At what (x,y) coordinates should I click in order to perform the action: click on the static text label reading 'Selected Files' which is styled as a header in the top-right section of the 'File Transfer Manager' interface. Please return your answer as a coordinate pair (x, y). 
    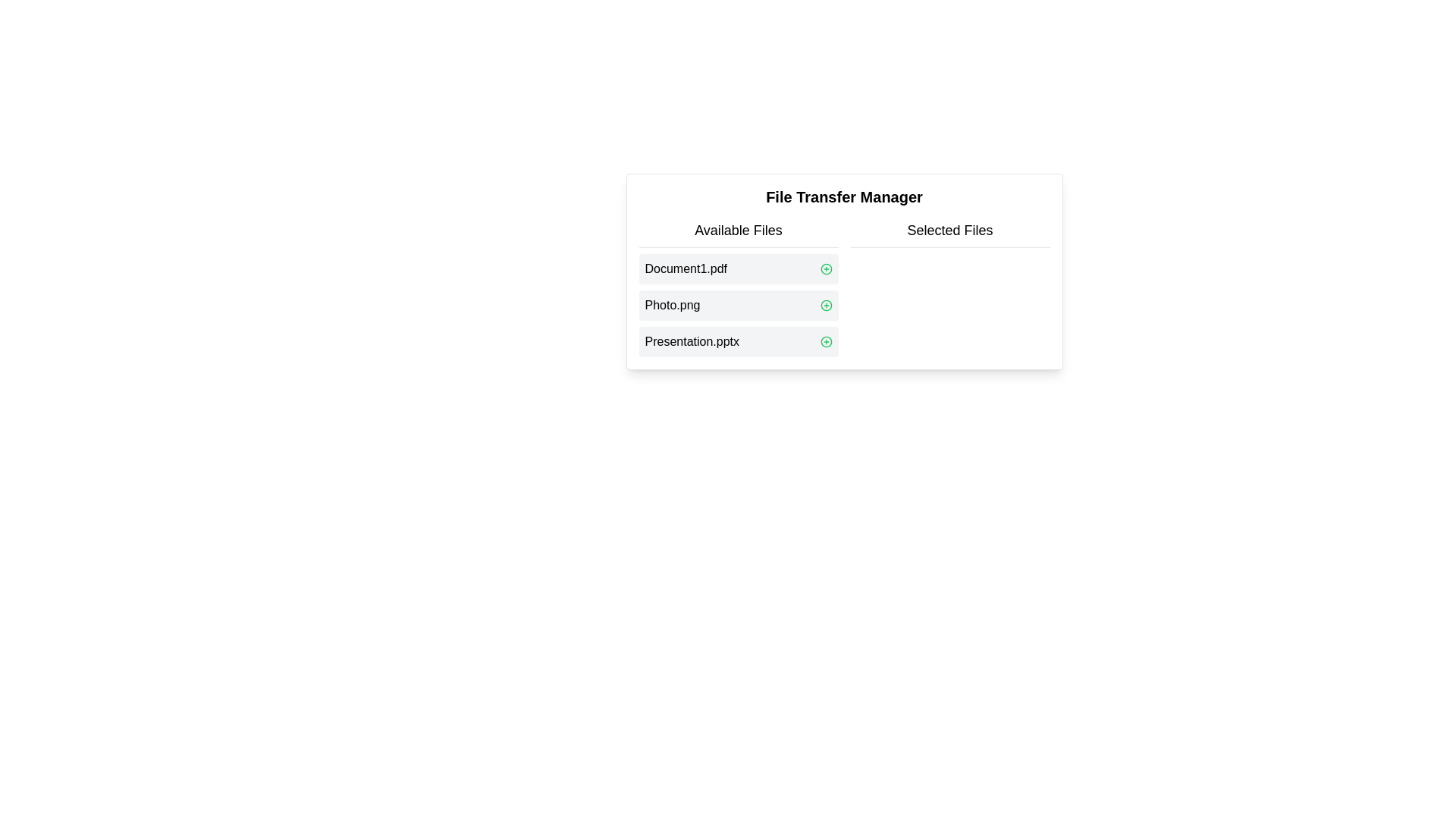
    Looking at the image, I should click on (949, 234).